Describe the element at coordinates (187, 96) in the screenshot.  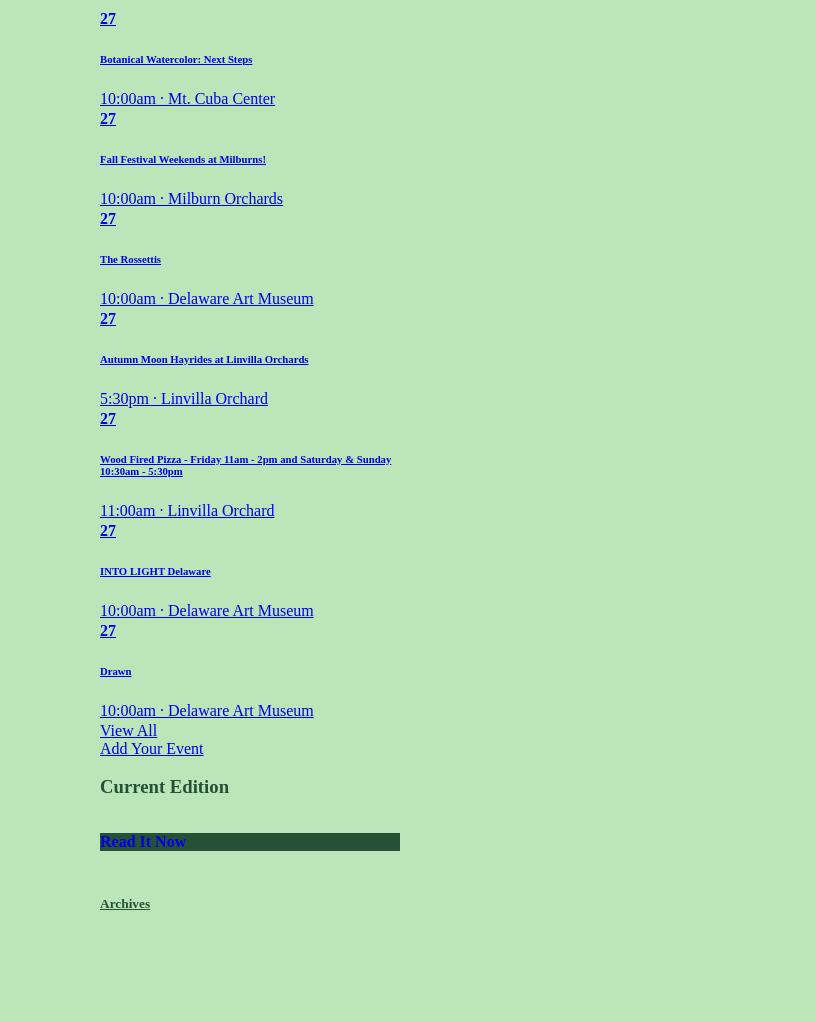
I see `'10:00am
·
Mt. Cuba Center'` at that location.